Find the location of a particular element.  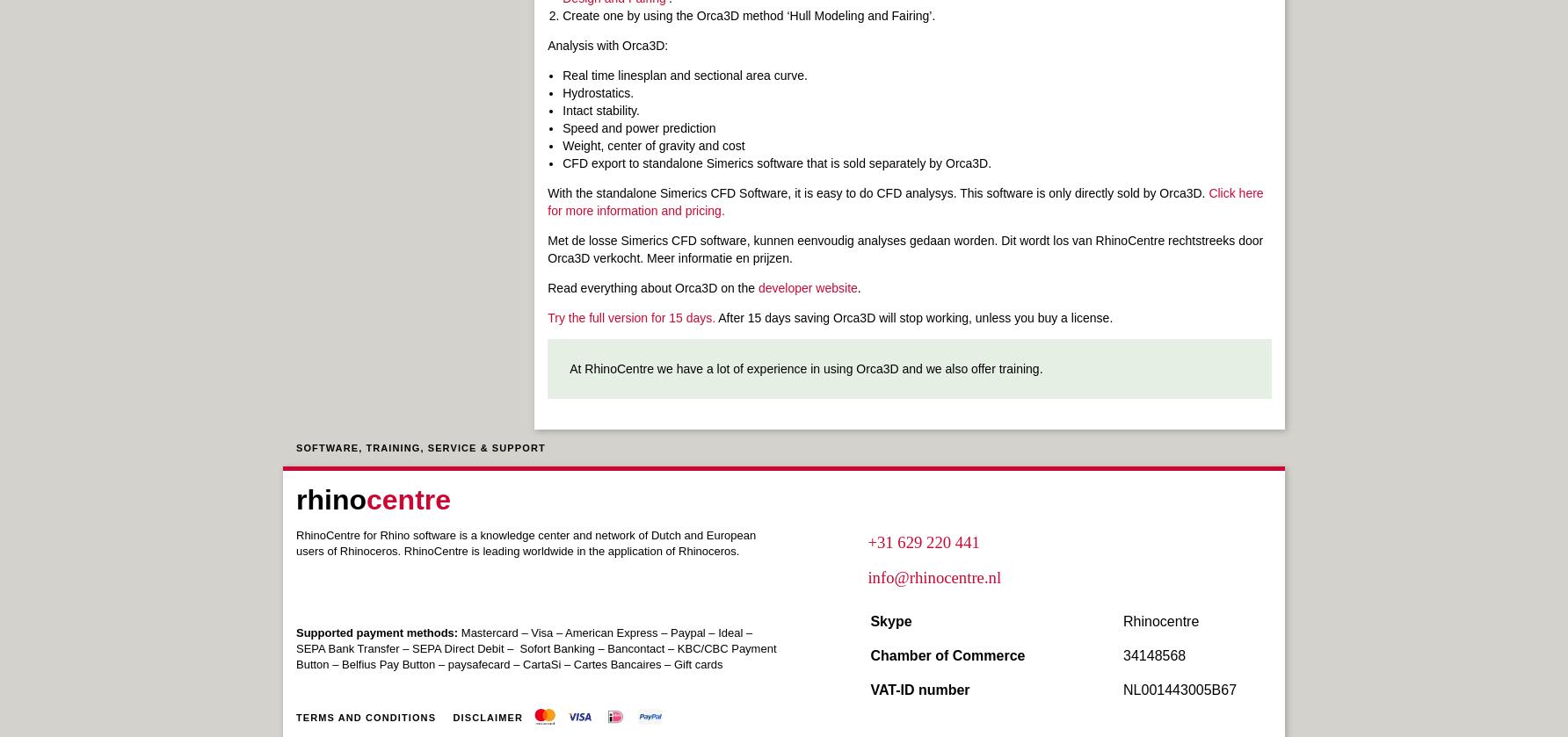

'Met de losse Simerics CFD software, kunnen eenvoudig analyses gedaan worden. Dit wordt los van RhinoCentre rechtstreeks door Orca3D verkocht. Meer informatie en prijzen.' is located at coordinates (904, 249).